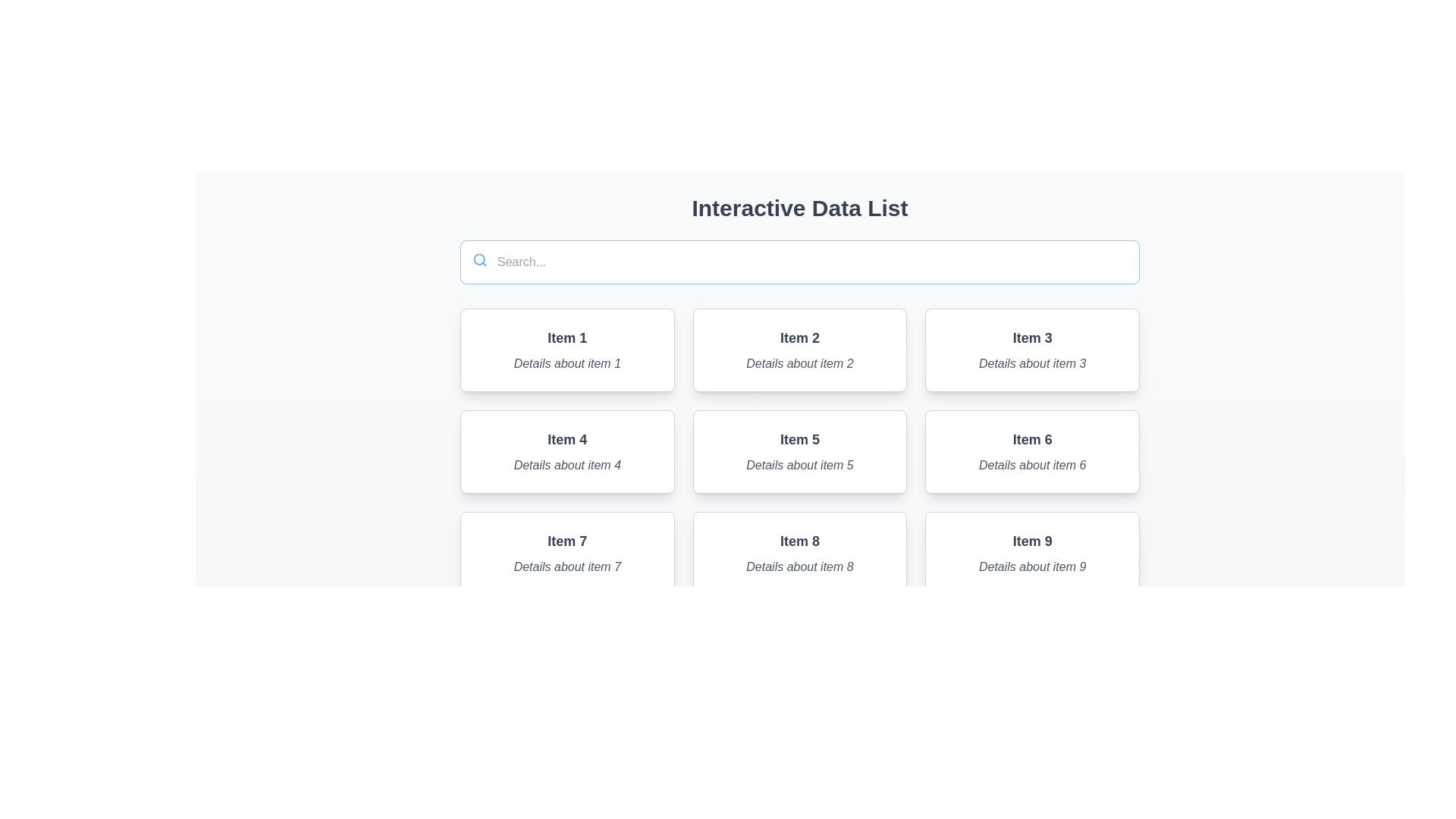  I want to click on the Textual Card representing 'Item 3', which is located in the top-right corner of a three-column grid layout, so click(1031, 350).